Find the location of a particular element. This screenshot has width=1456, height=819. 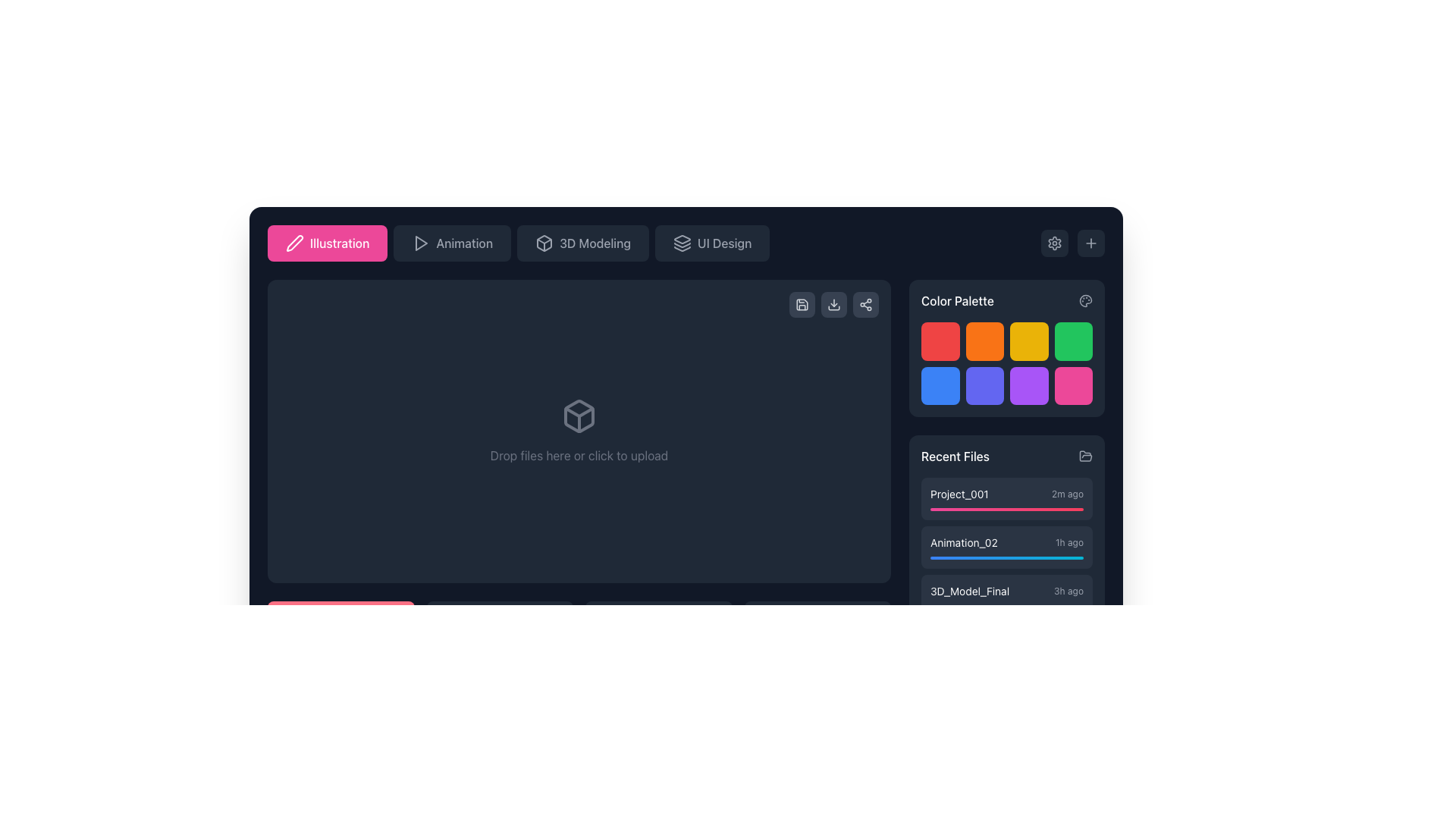

the 'Animation' button is located at coordinates (451, 242).